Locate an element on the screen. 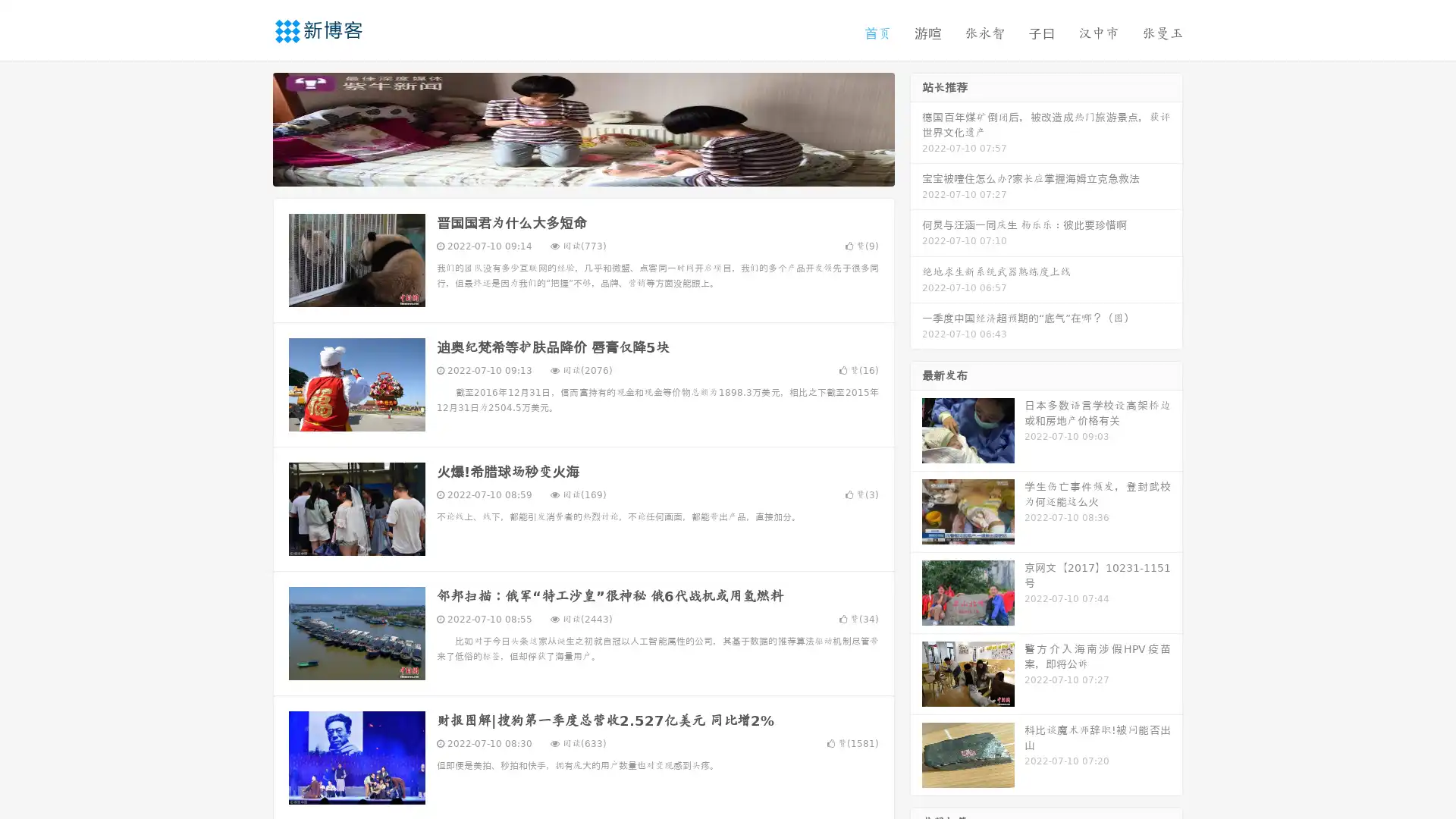 The image size is (1456, 819). Go to slide 2 is located at coordinates (582, 171).